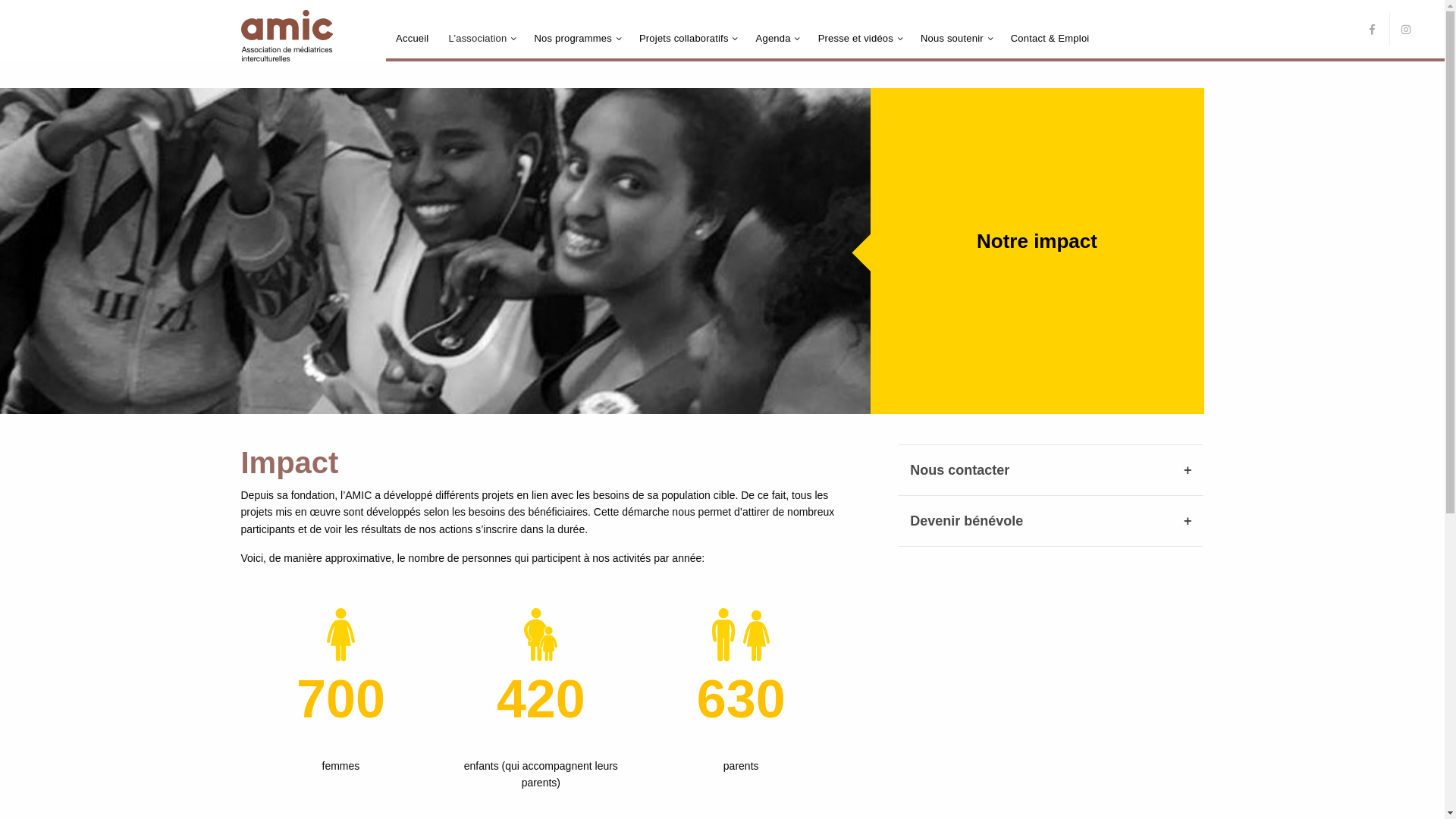 This screenshot has width=1456, height=819. Describe the element at coordinates (951, 37) in the screenshot. I see `'Nous soutenir'` at that location.